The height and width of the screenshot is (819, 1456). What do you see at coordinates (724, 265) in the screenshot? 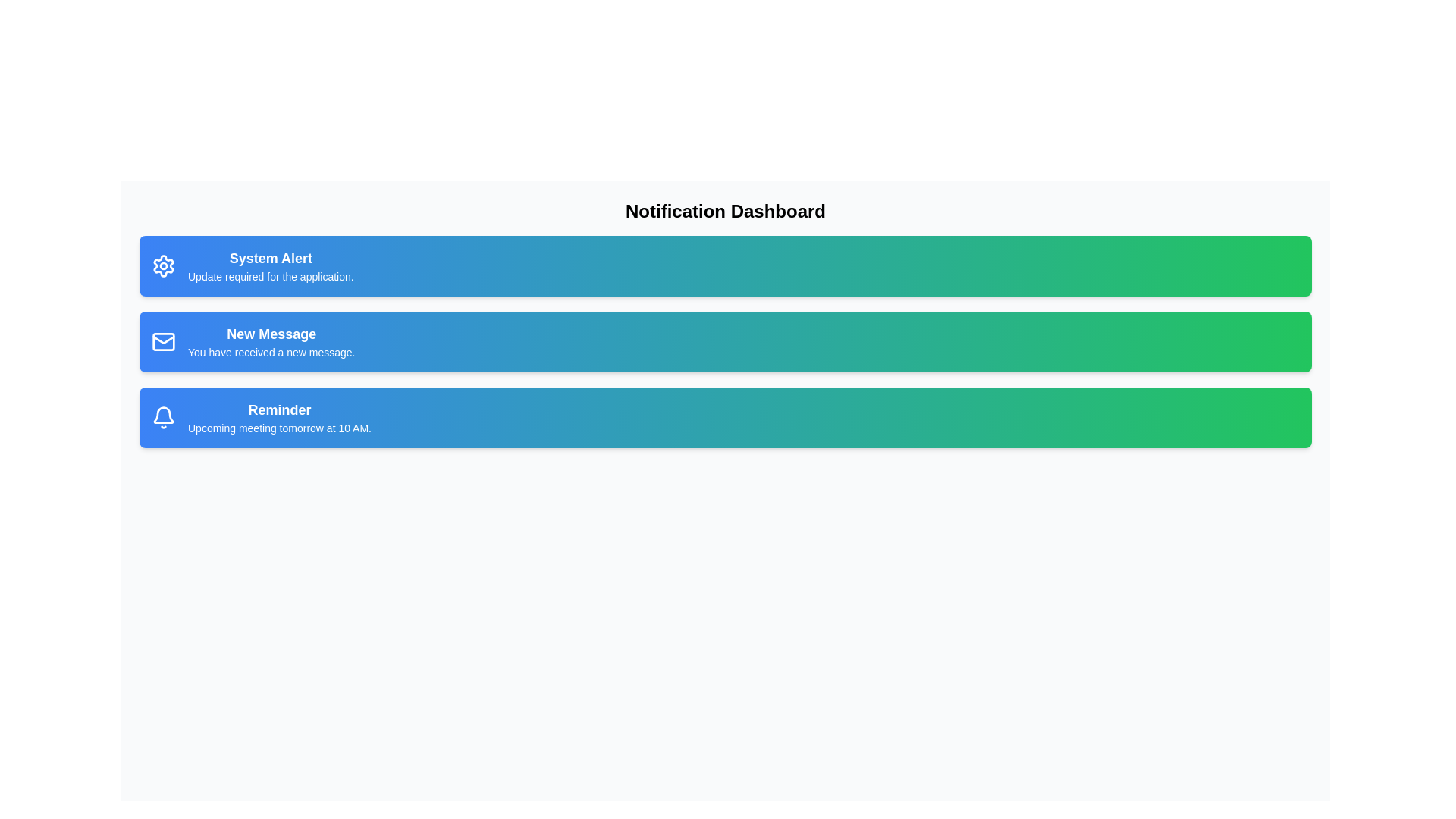
I see `the notification card corresponding to System Alert` at bounding box center [724, 265].